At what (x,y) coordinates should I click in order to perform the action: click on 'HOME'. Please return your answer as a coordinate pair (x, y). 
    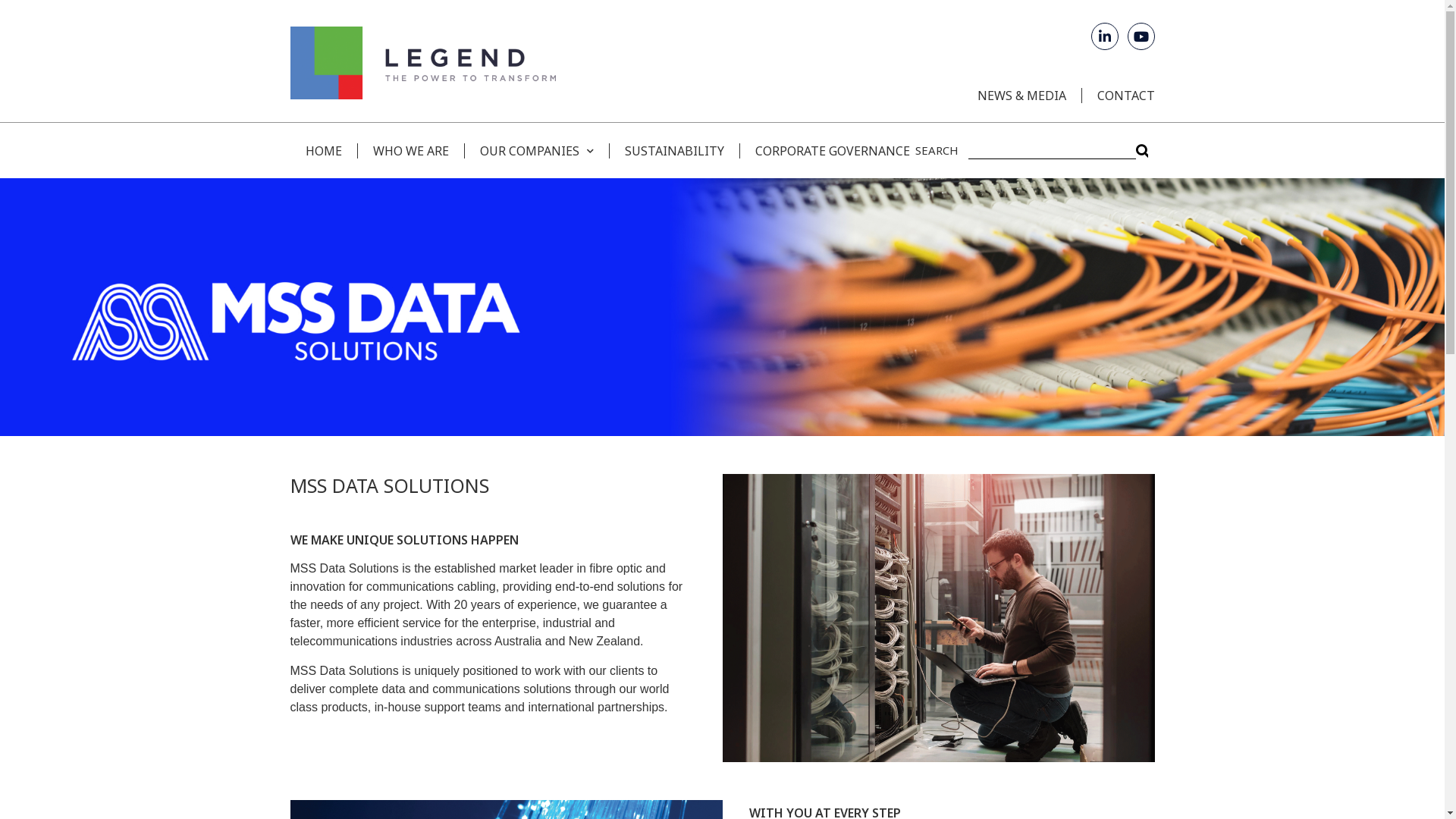
    Looking at the image, I should click on (322, 149).